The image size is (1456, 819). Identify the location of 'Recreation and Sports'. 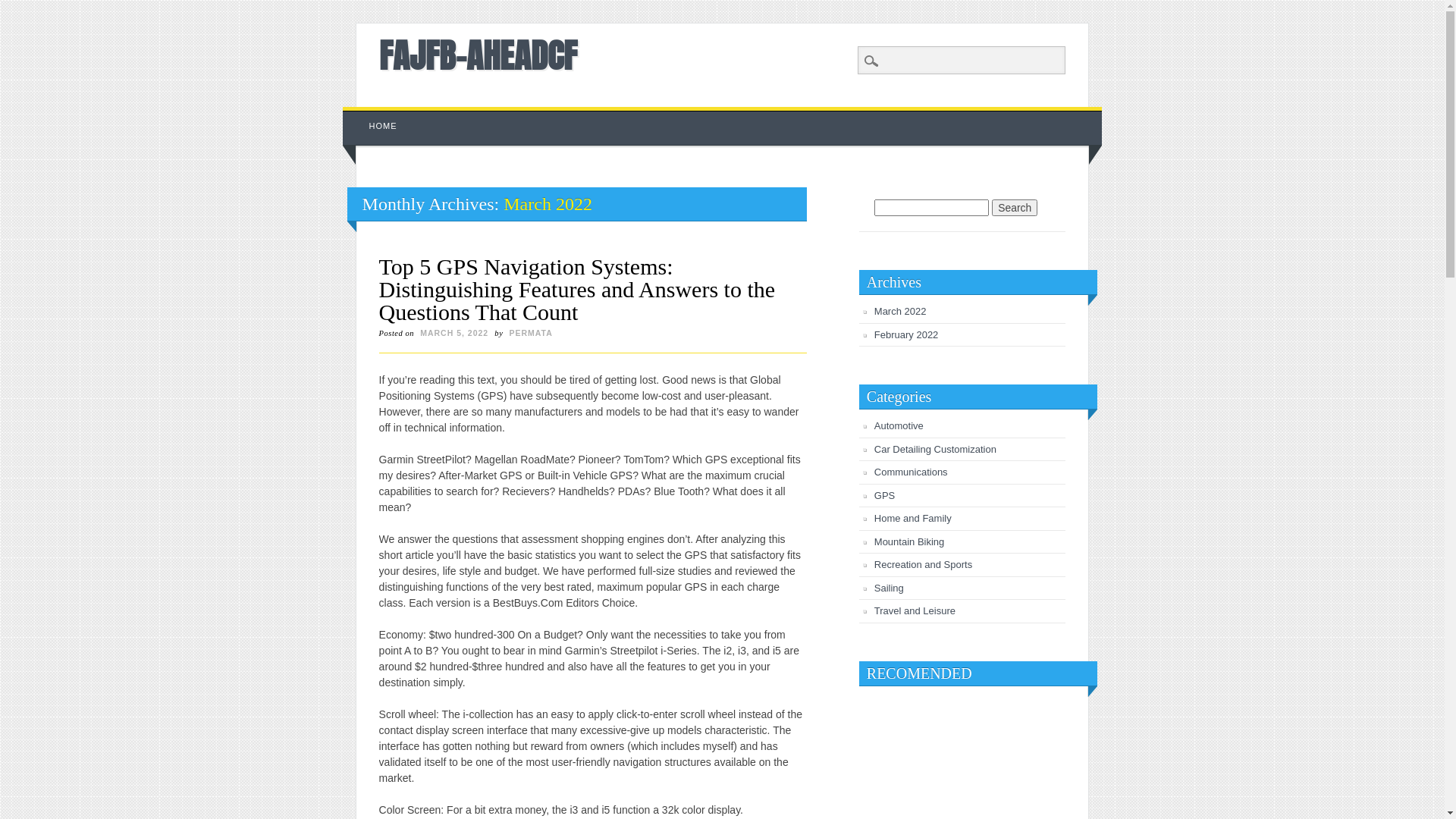
(922, 564).